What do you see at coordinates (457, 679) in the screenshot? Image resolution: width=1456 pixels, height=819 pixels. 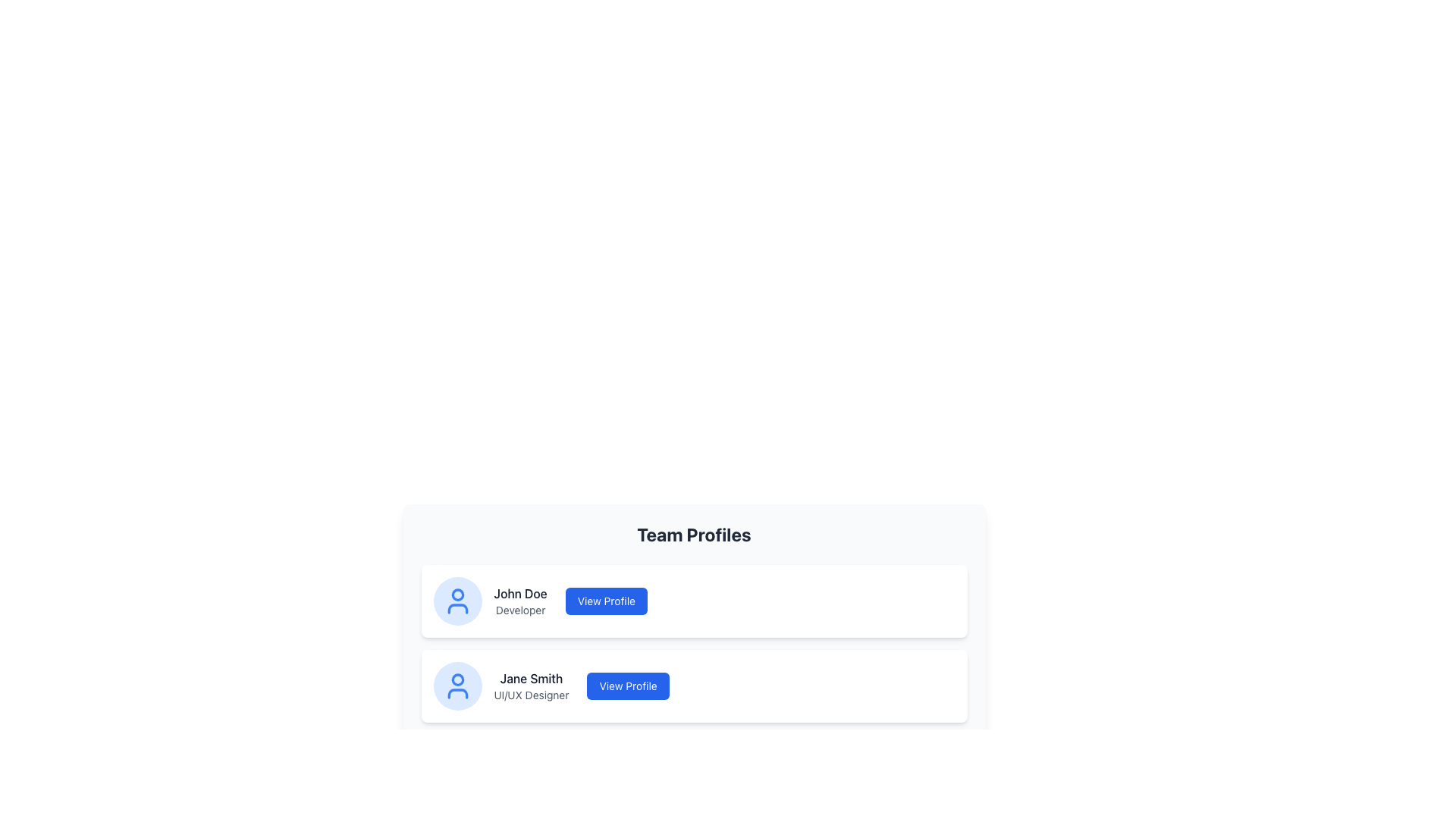 I see `the small circular graphic component that is centrally located within the user profile icon, serving as a visual indicator` at bounding box center [457, 679].